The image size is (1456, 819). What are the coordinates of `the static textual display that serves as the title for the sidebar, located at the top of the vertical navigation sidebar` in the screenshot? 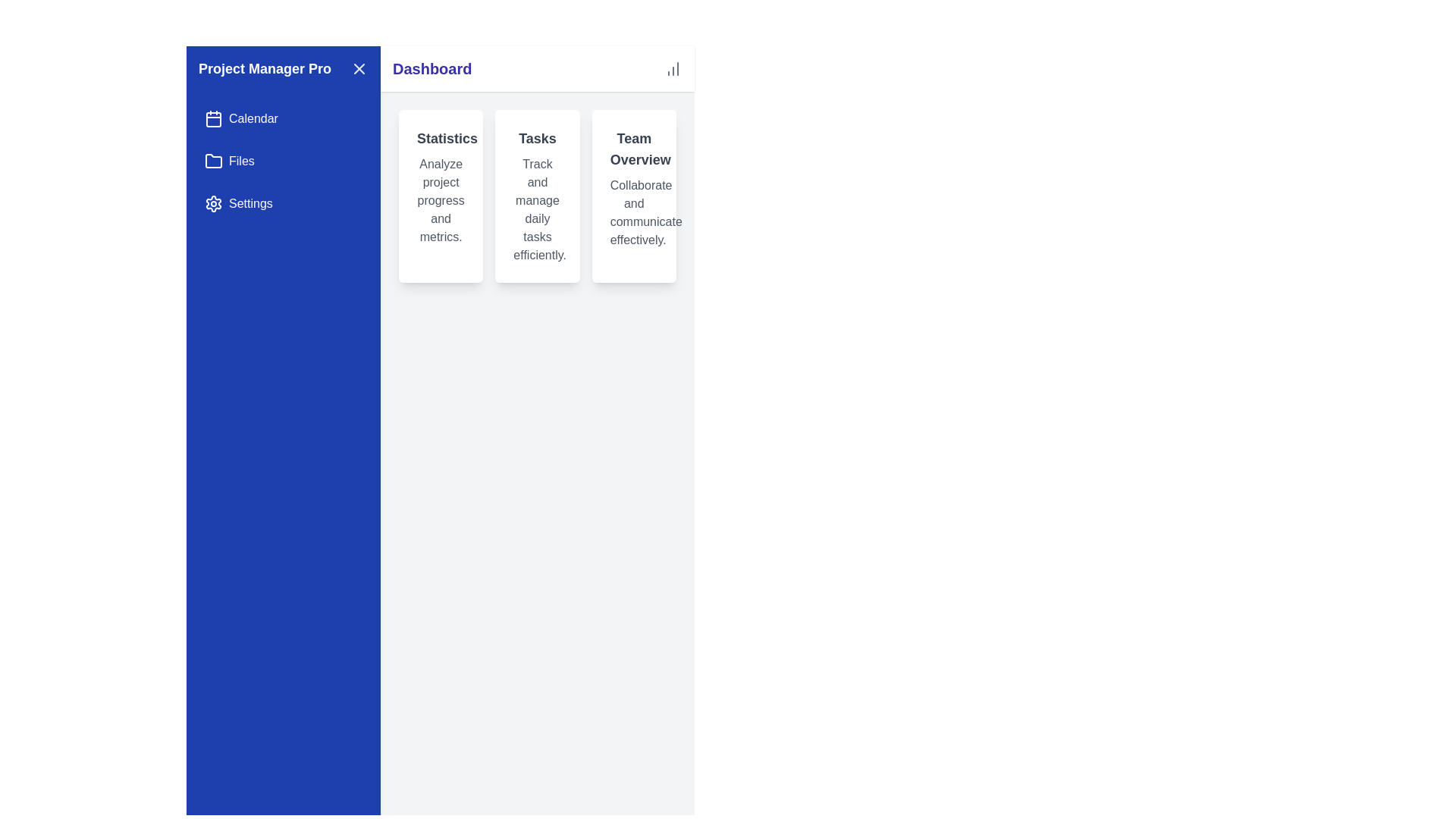 It's located at (284, 69).